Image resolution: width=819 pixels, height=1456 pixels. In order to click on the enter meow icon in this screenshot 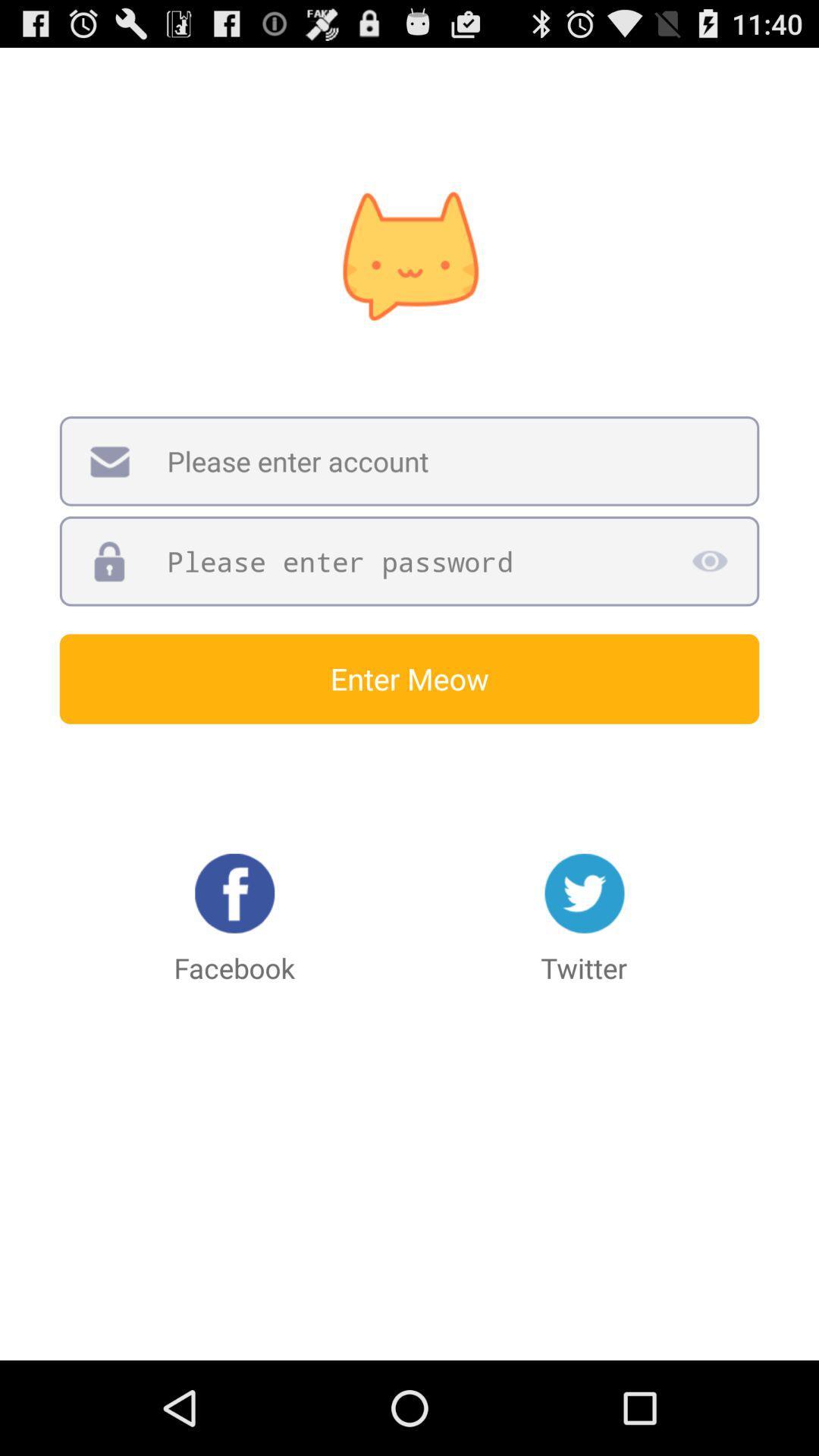, I will do `click(409, 678)`.